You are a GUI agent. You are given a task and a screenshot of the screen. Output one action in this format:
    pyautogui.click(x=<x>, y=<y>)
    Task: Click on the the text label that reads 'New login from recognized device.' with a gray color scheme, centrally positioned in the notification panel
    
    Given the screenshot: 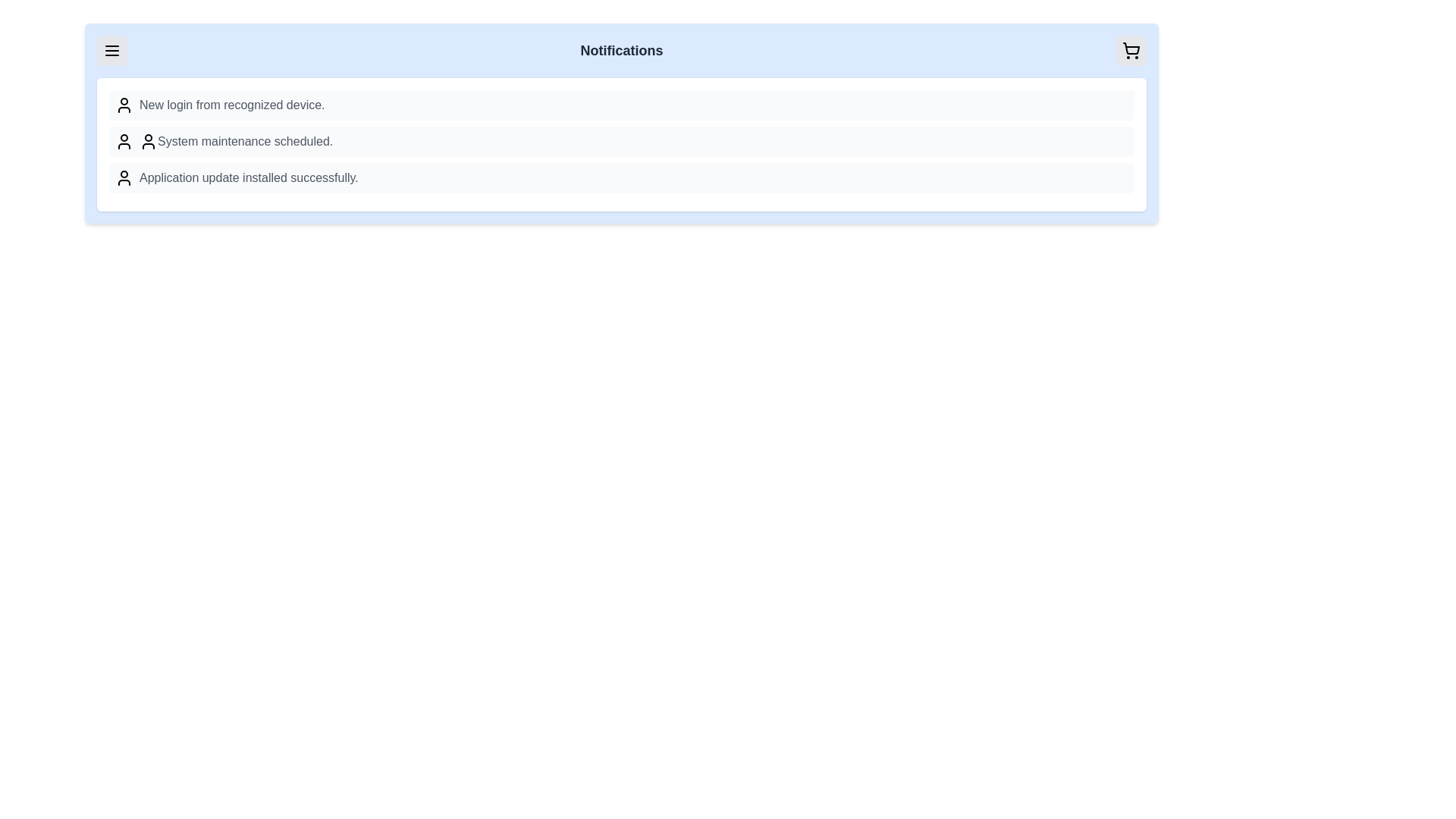 What is the action you would take?
    pyautogui.click(x=231, y=104)
    